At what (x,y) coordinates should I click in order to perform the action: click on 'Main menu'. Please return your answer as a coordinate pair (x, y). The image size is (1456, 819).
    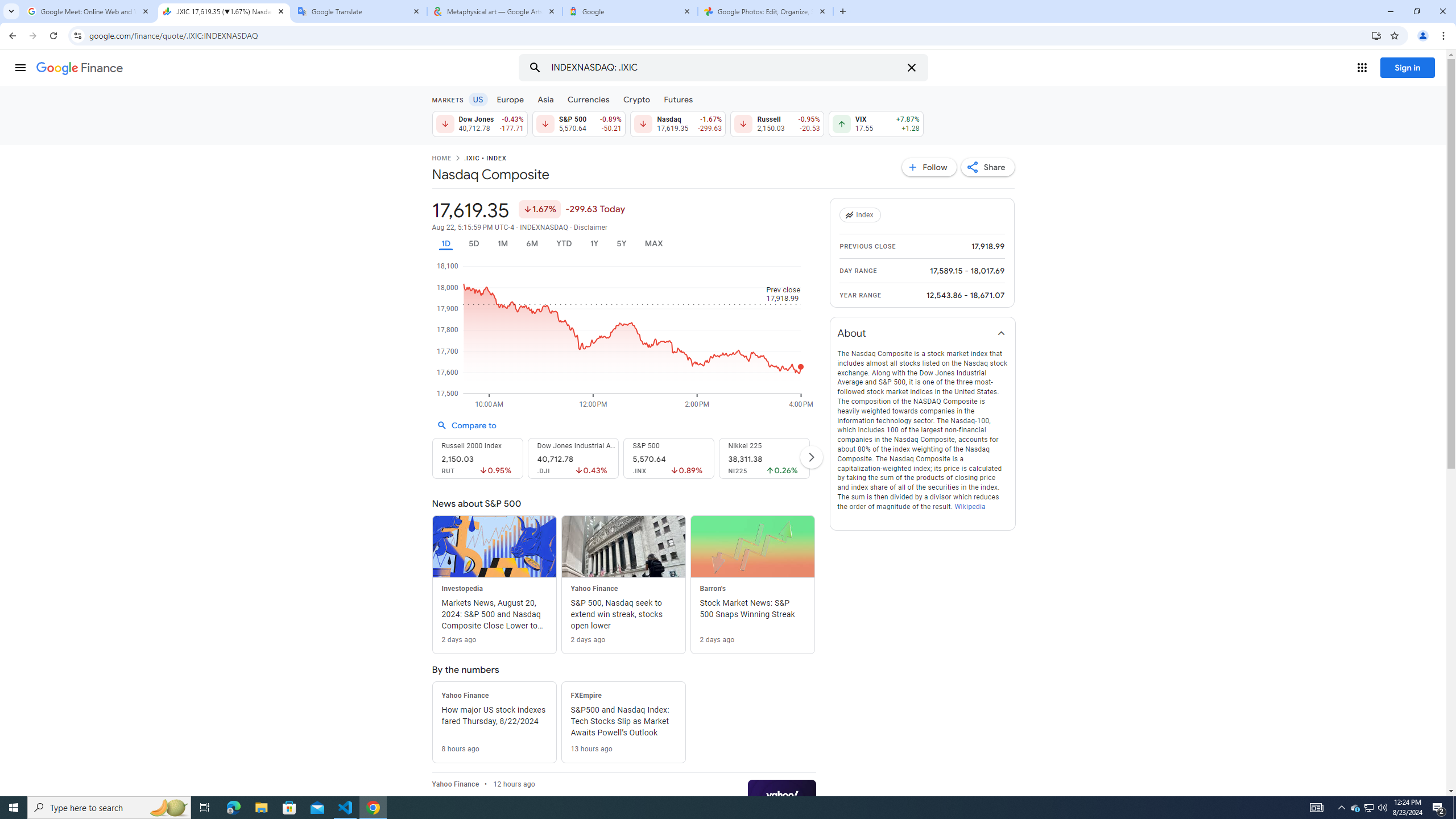
    Looking at the image, I should click on (19, 67).